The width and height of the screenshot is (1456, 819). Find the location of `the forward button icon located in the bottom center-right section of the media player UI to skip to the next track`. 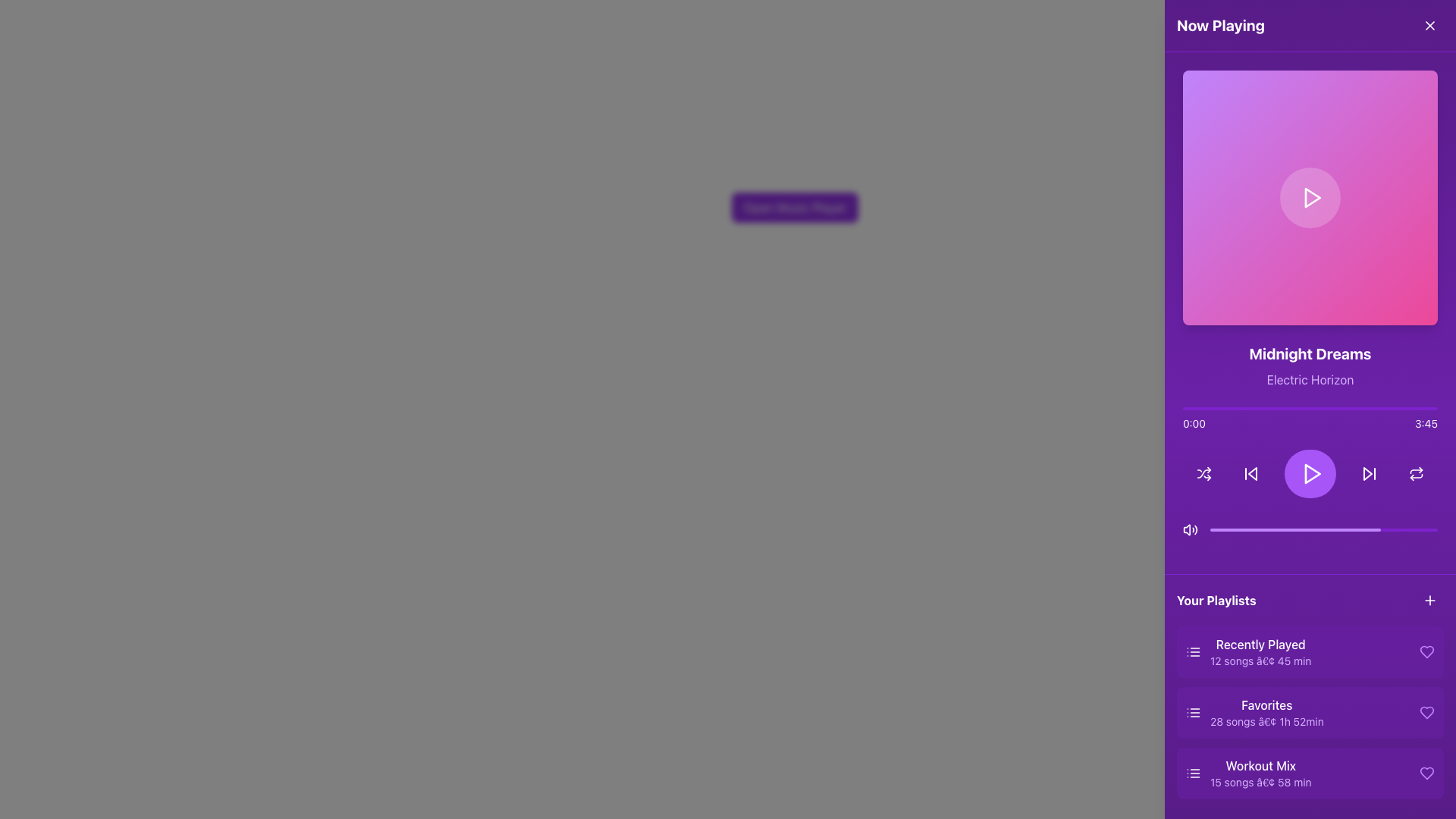

the forward button icon located in the bottom center-right section of the media player UI to skip to the next track is located at coordinates (1368, 472).